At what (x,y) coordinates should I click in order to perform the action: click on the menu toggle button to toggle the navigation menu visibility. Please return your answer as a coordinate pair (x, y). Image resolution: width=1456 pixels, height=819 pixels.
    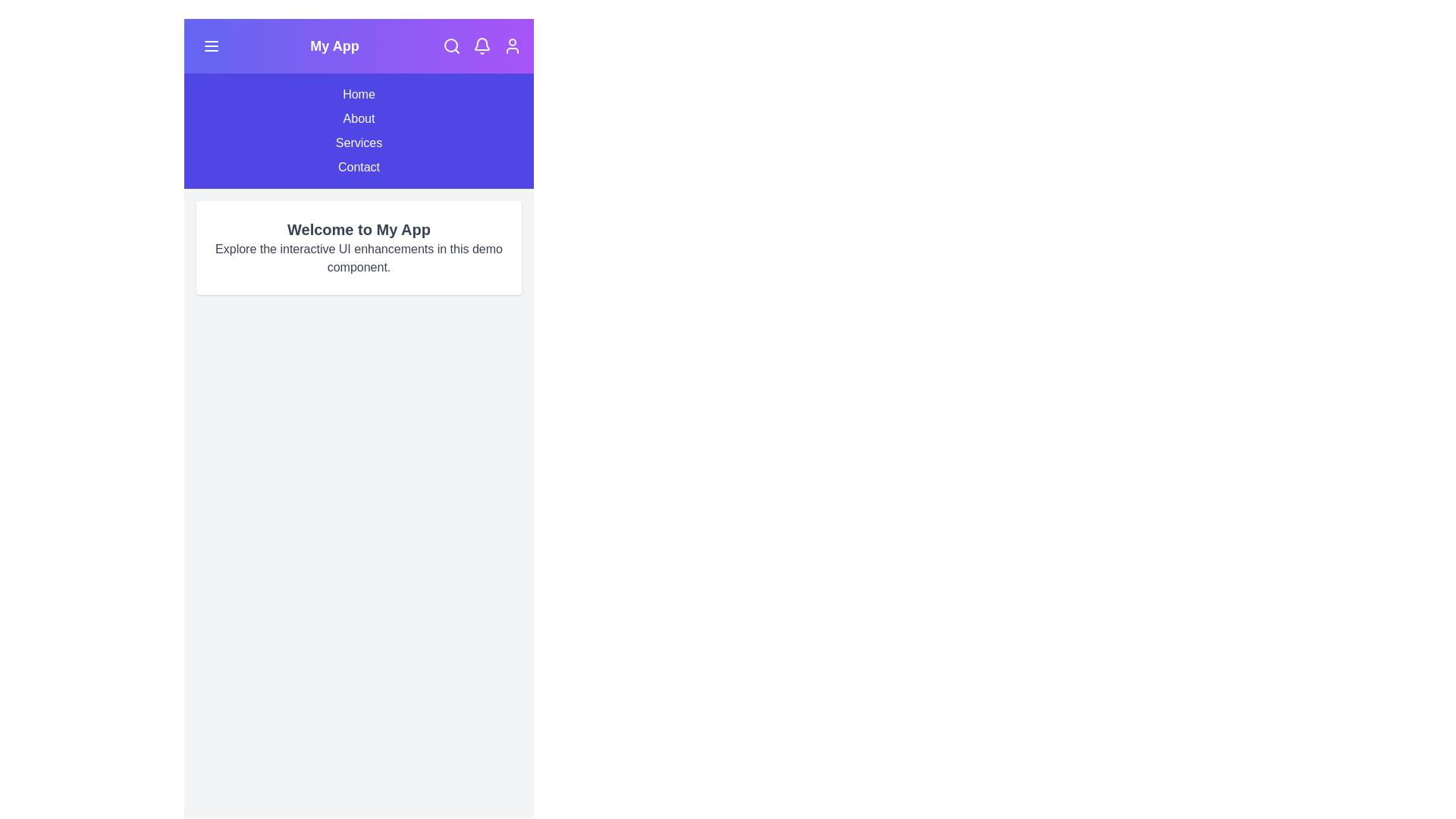
    Looking at the image, I should click on (210, 45).